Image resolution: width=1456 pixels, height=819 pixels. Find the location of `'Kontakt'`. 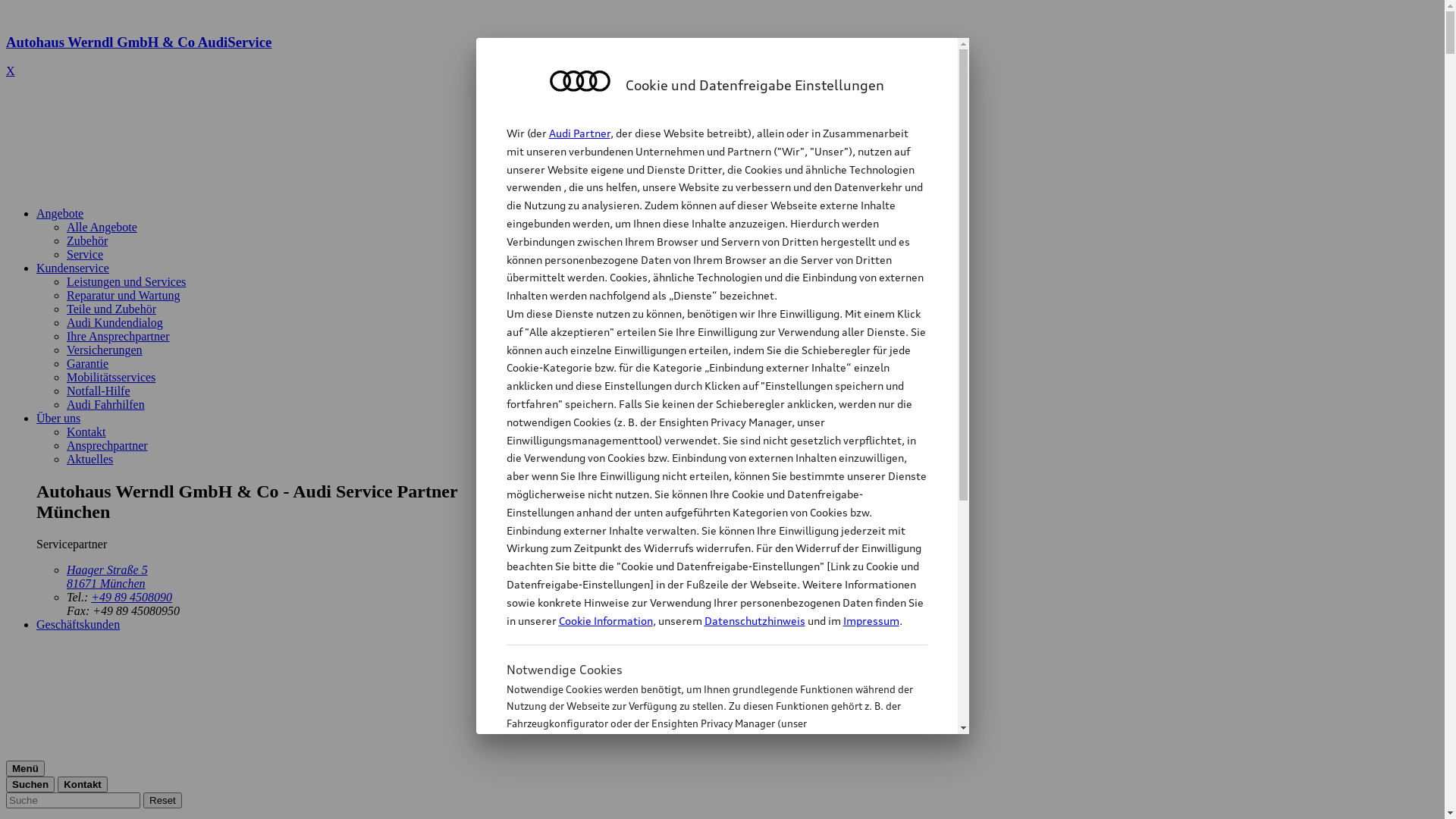

'Kontakt' is located at coordinates (86, 431).